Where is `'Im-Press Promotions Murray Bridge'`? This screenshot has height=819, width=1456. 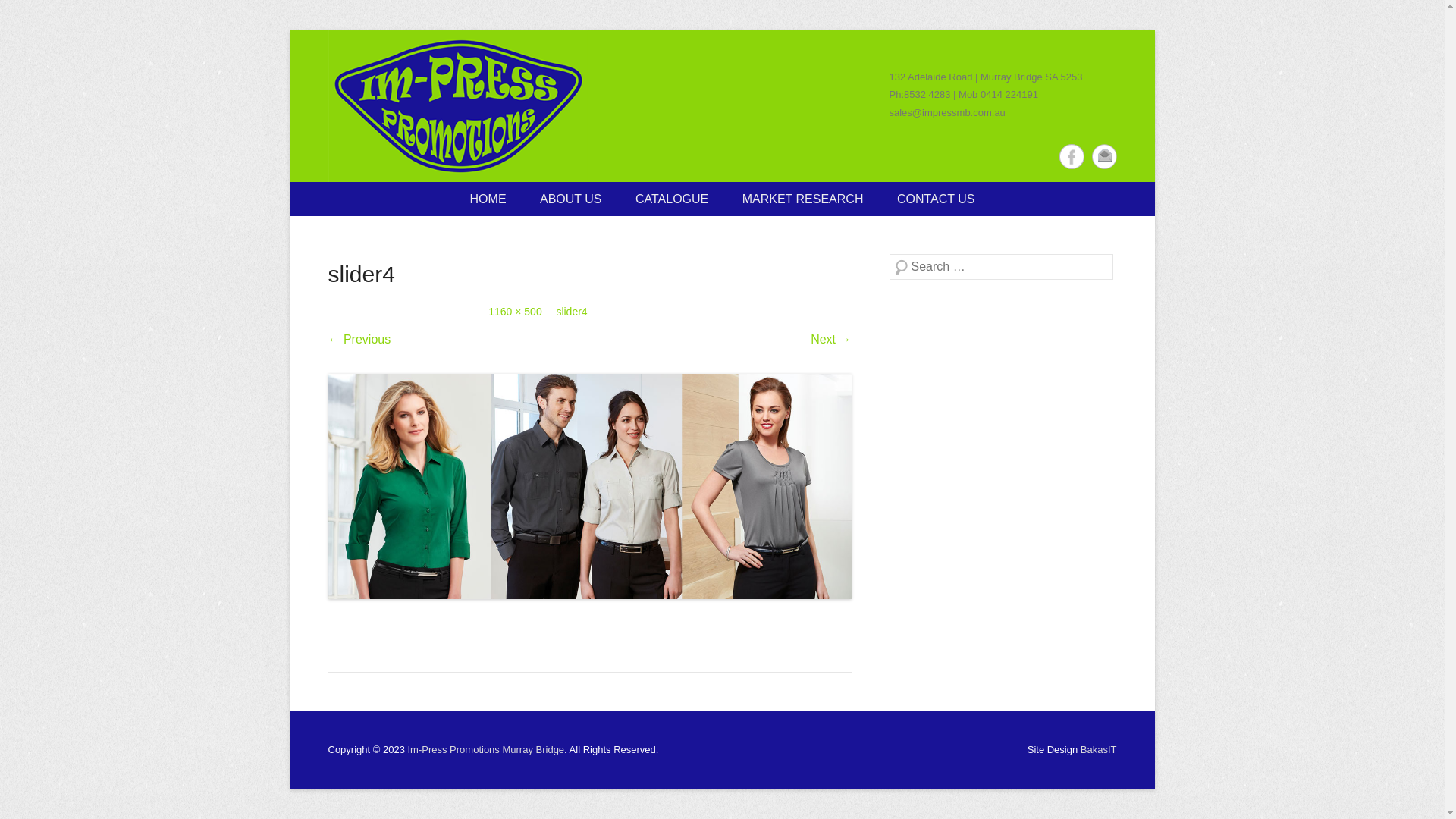
'Im-Press Promotions Murray Bridge' is located at coordinates (457, 105).